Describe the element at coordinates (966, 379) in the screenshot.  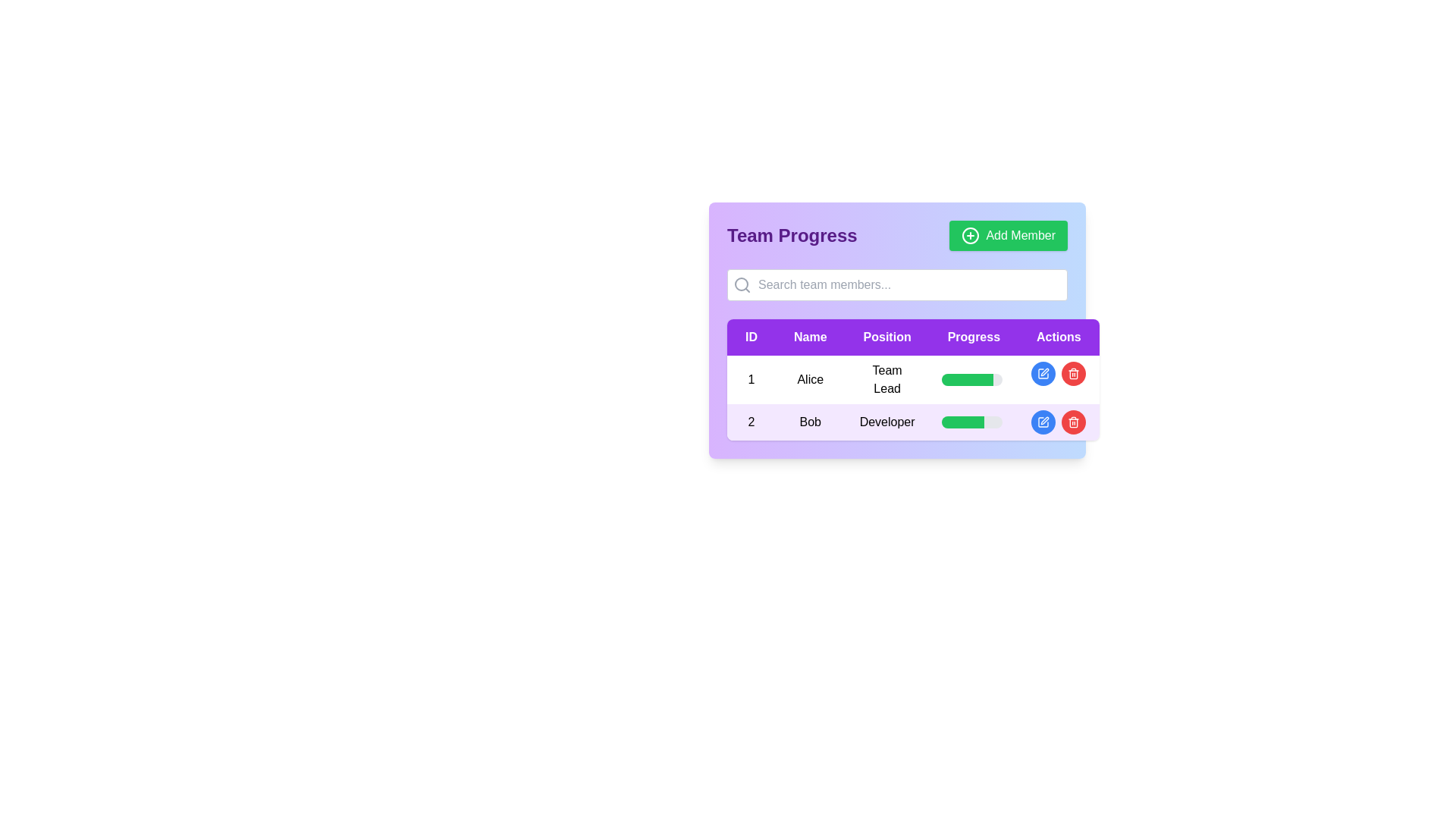
I see `the green progress bar representing 85% progress in the 'Progress' column for 'Alice' in the 'Team Progress' table` at that location.